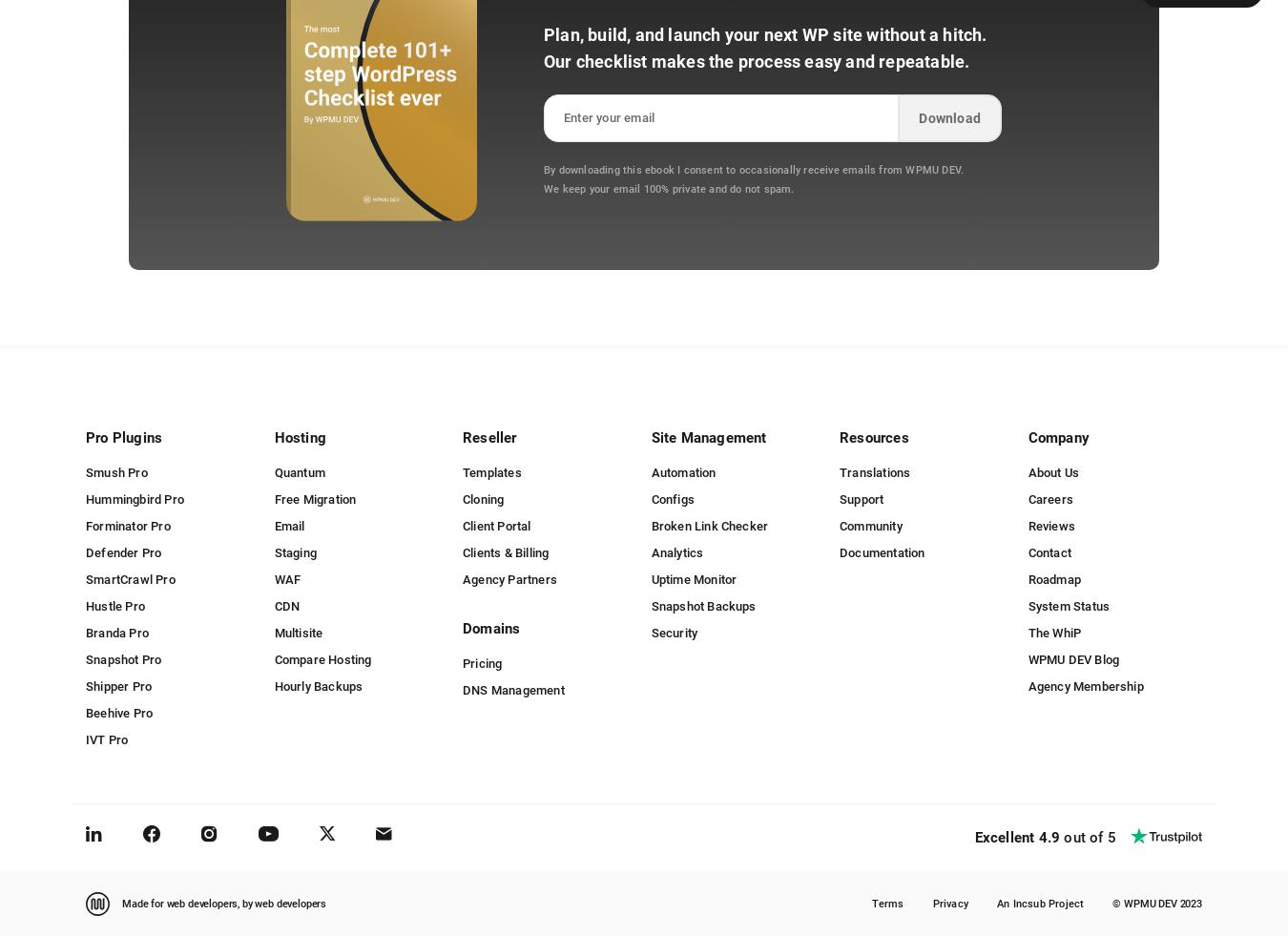 The image size is (1288, 936). I want to click on 'out of 5', so click(1087, 837).